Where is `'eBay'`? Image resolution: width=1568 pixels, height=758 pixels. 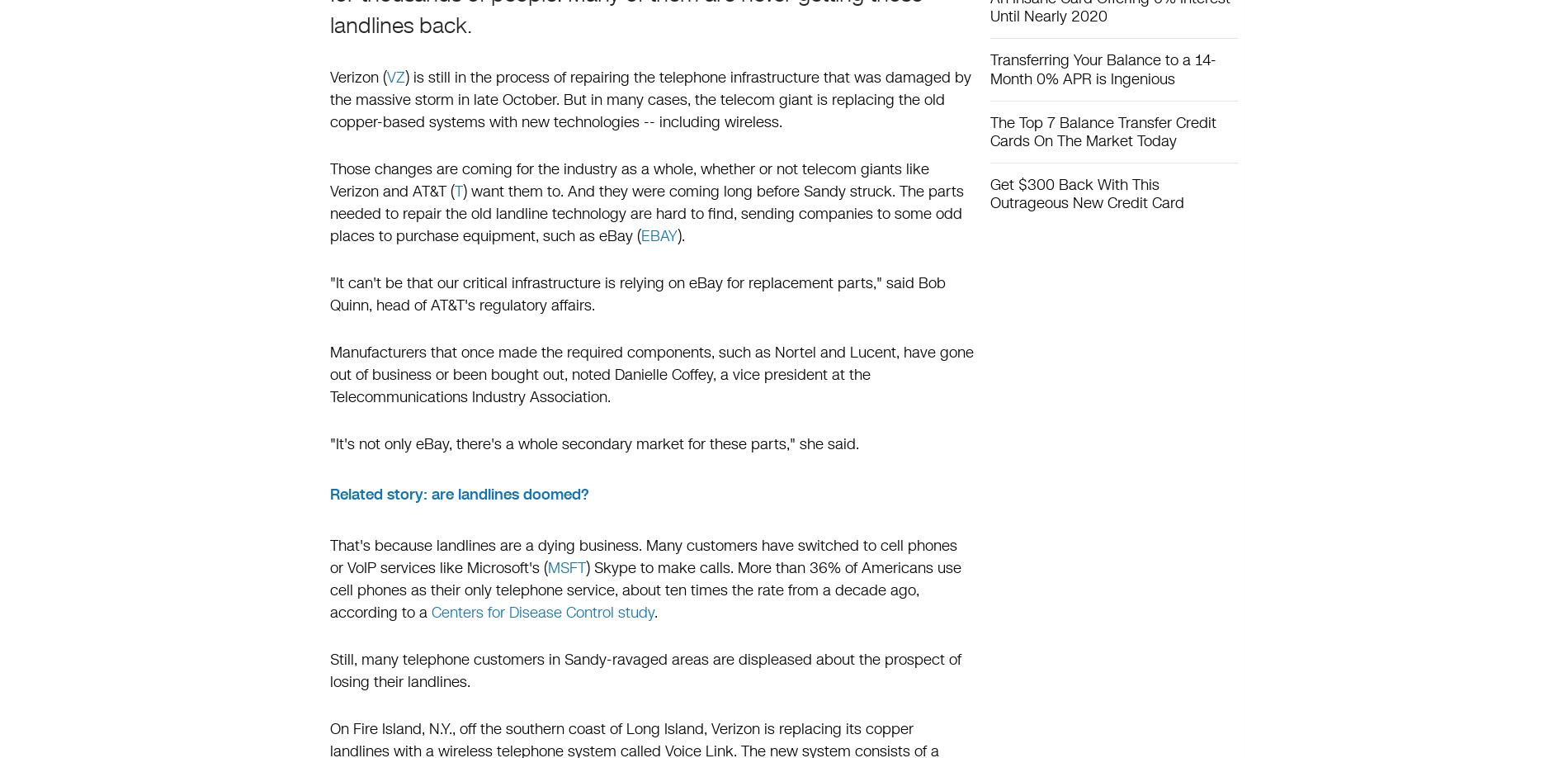
'eBay' is located at coordinates (615, 235).